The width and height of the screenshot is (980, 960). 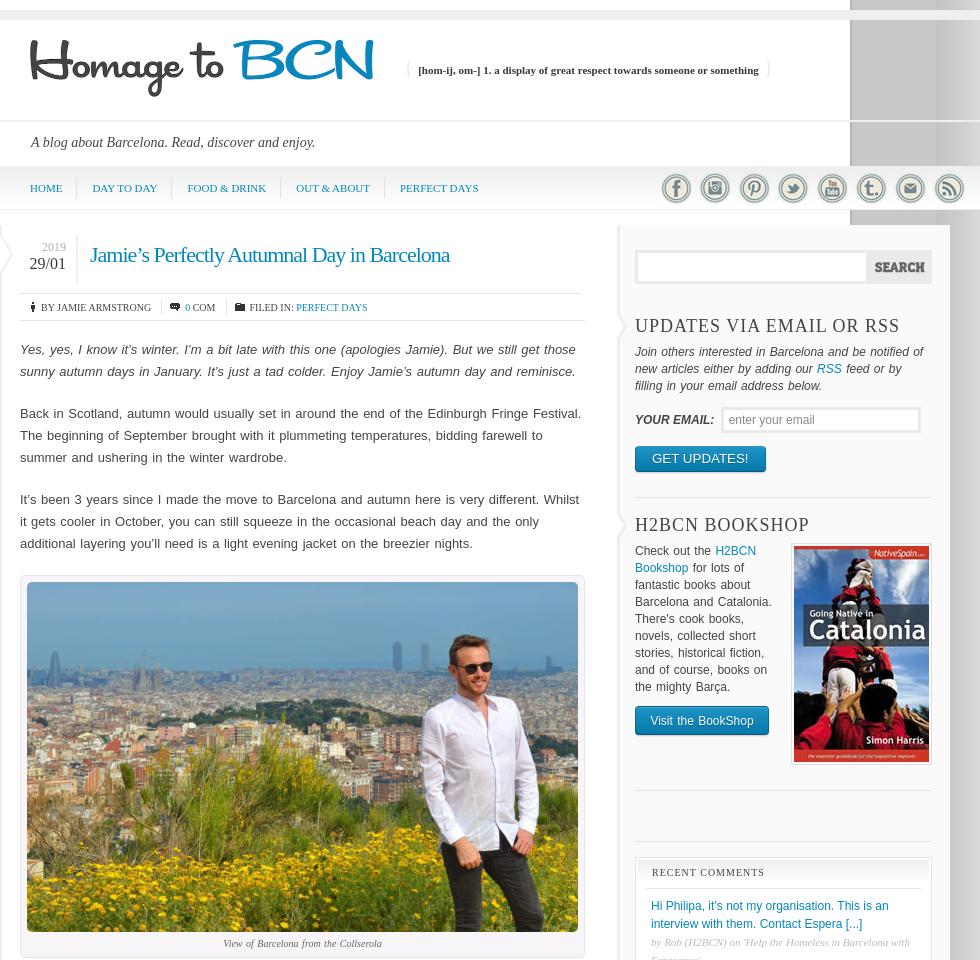 What do you see at coordinates (721, 522) in the screenshot?
I see `'H2BCN BookShop'` at bounding box center [721, 522].